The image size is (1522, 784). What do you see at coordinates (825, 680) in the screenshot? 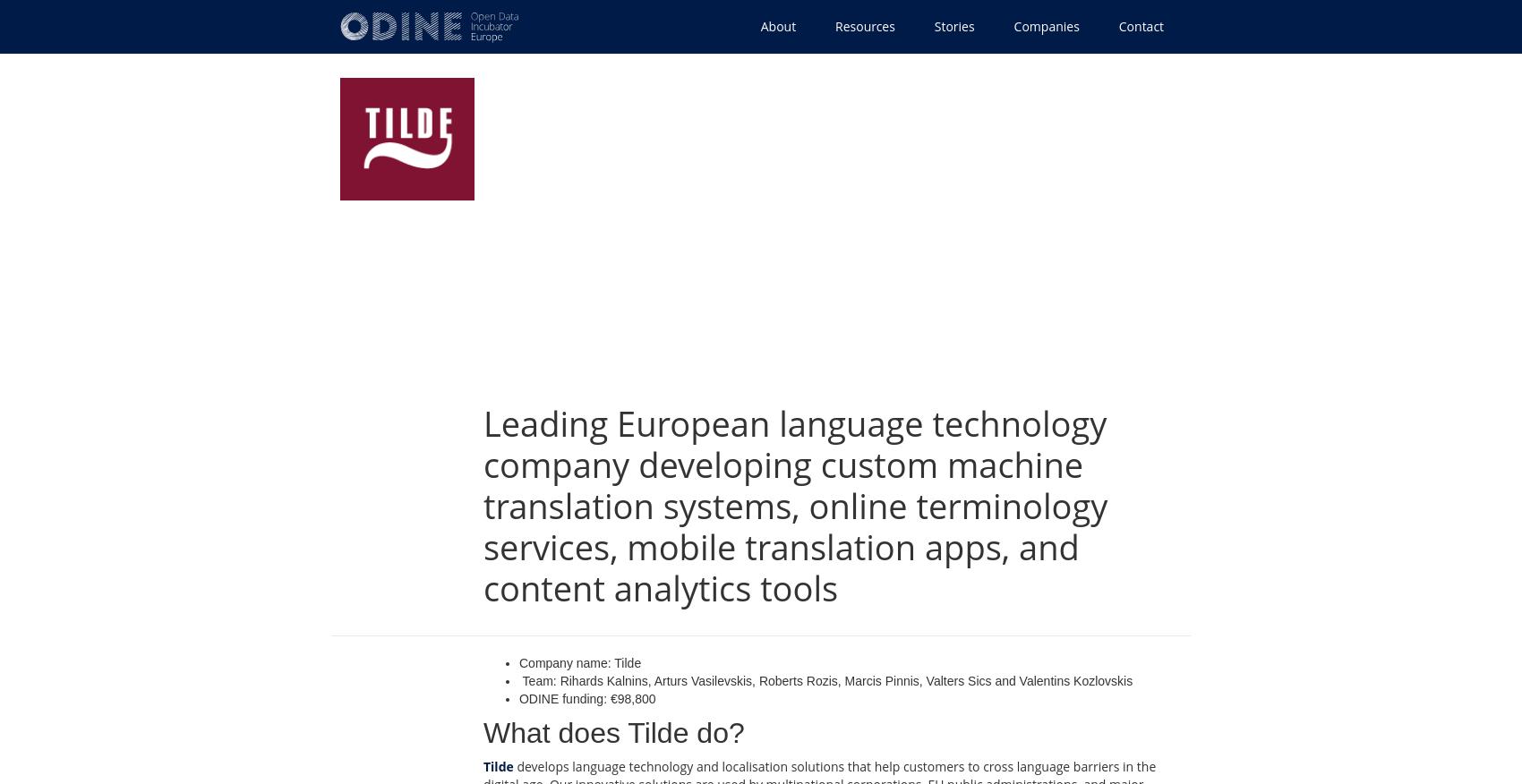
I see `'Team: Rihards Kalnins, Arturs Vasilevskis, Roberts Rozis, Marcis Pinnis, Valters Sics and Valentins Kozlovskis'` at bounding box center [825, 680].